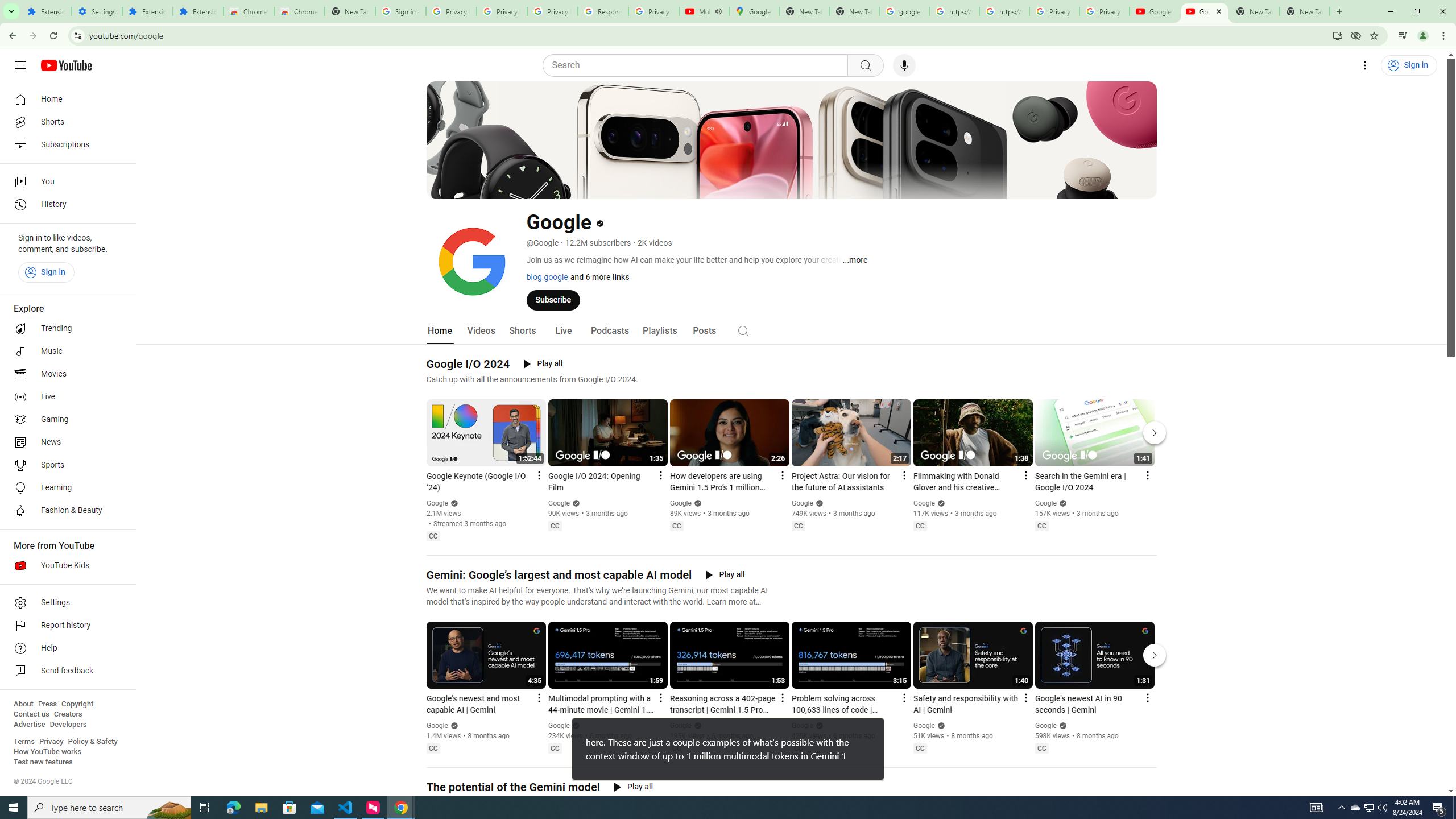  I want to click on 'Subscriptions', so click(64, 144).